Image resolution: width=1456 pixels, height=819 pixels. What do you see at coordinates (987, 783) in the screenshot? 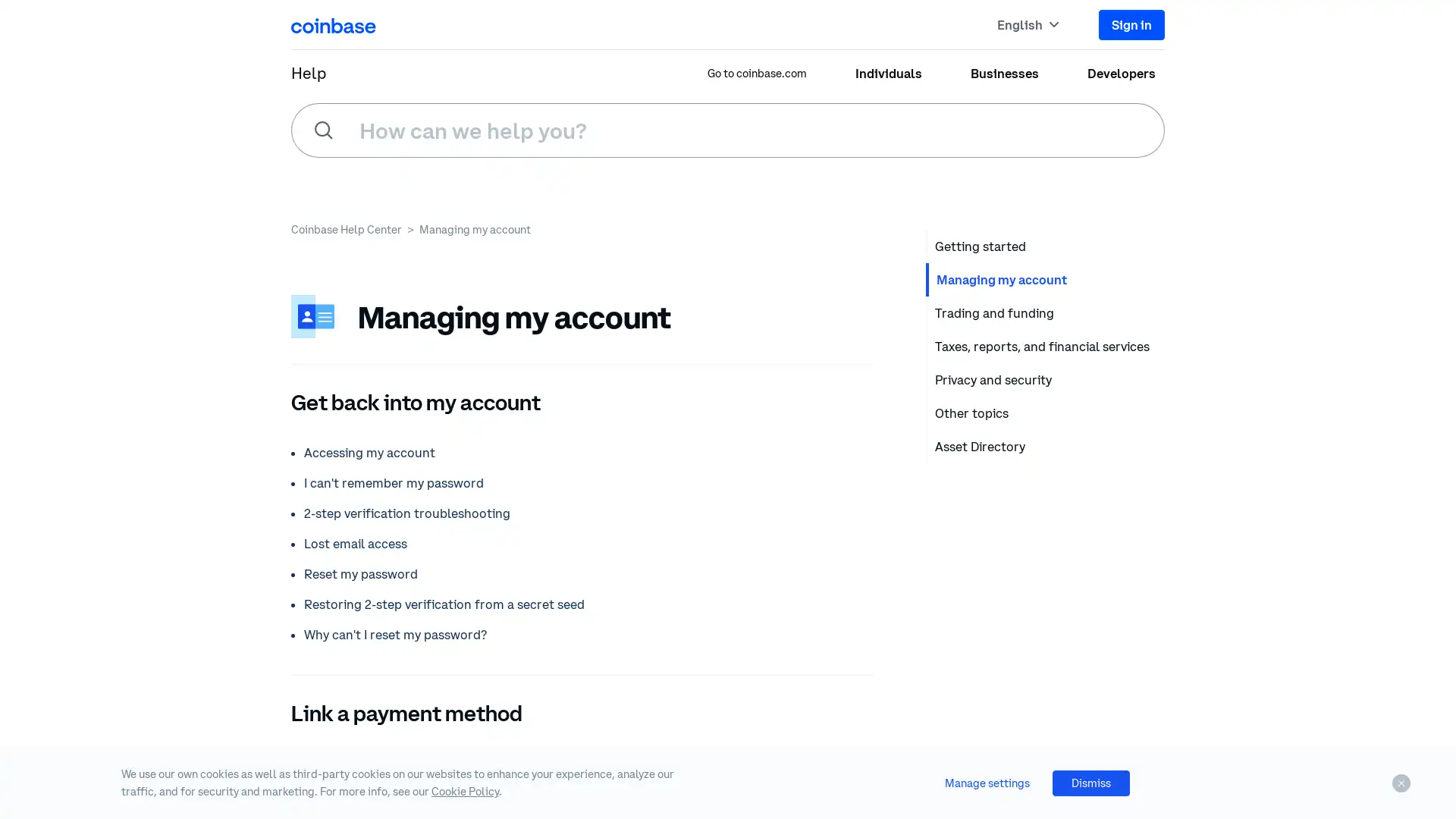
I see `Manage settings` at bounding box center [987, 783].